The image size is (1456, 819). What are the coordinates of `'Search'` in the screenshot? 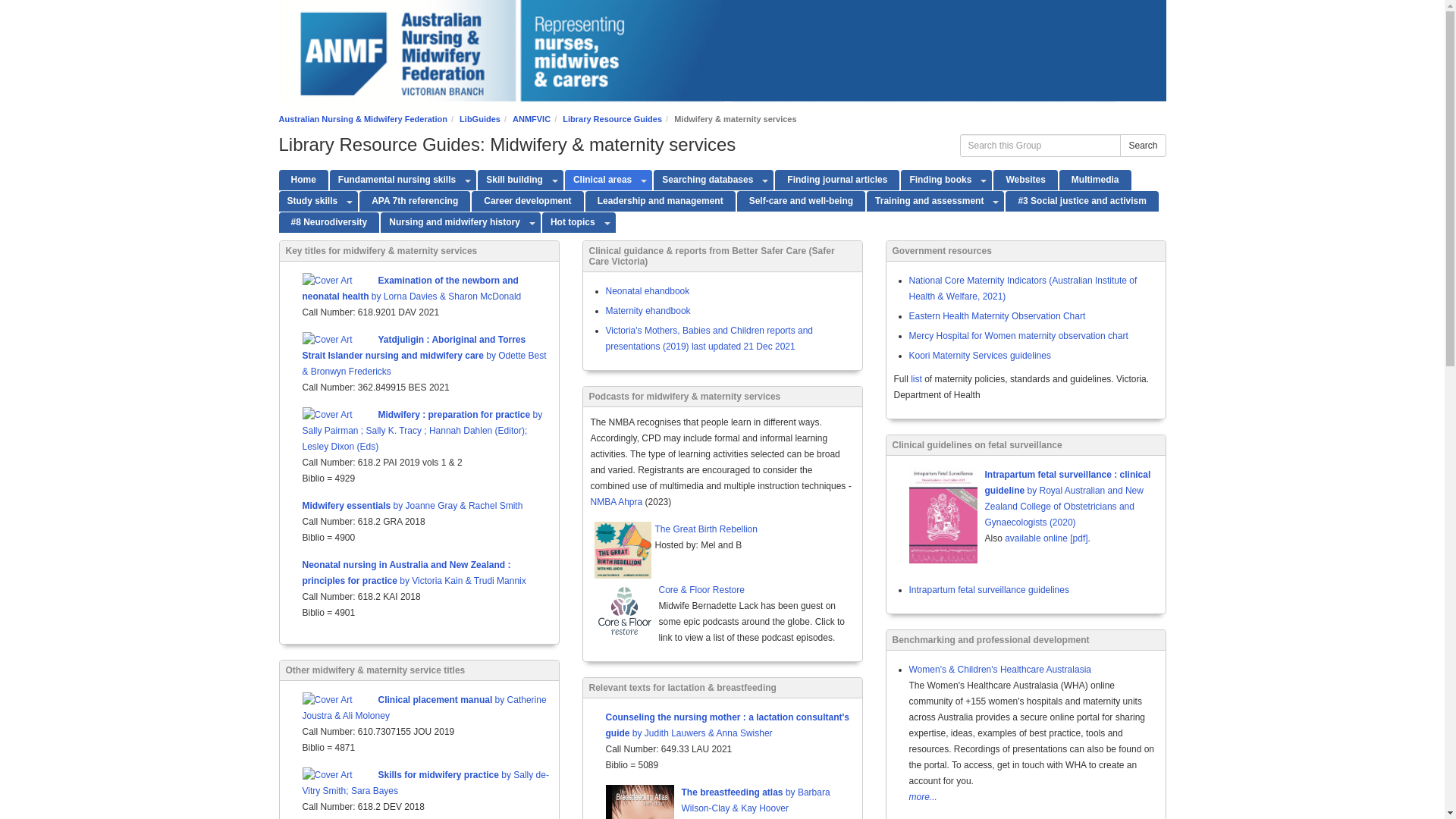 It's located at (1143, 146).